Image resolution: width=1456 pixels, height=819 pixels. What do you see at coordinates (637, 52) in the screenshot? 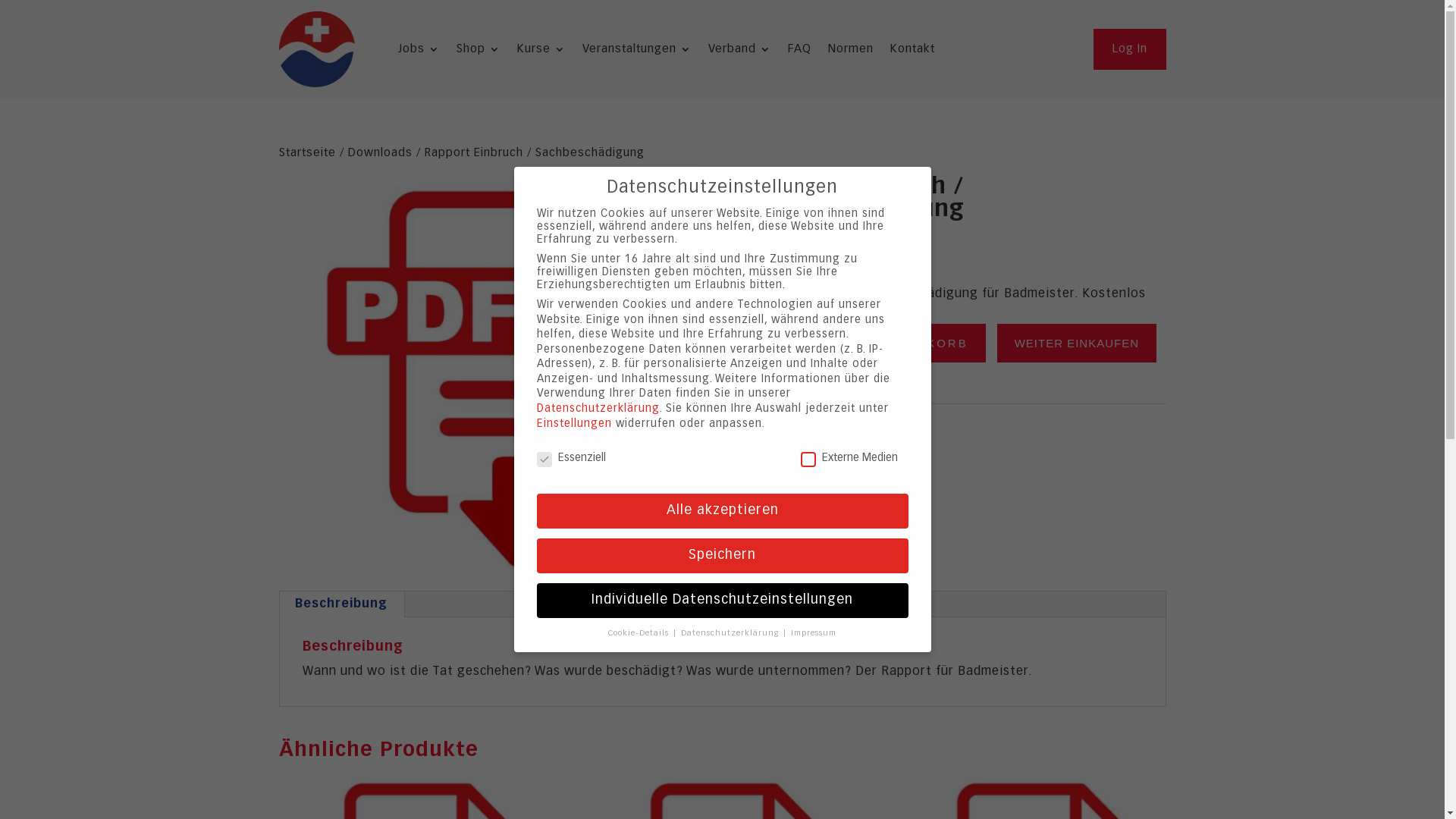
I see `'Veranstaltungen'` at bounding box center [637, 52].